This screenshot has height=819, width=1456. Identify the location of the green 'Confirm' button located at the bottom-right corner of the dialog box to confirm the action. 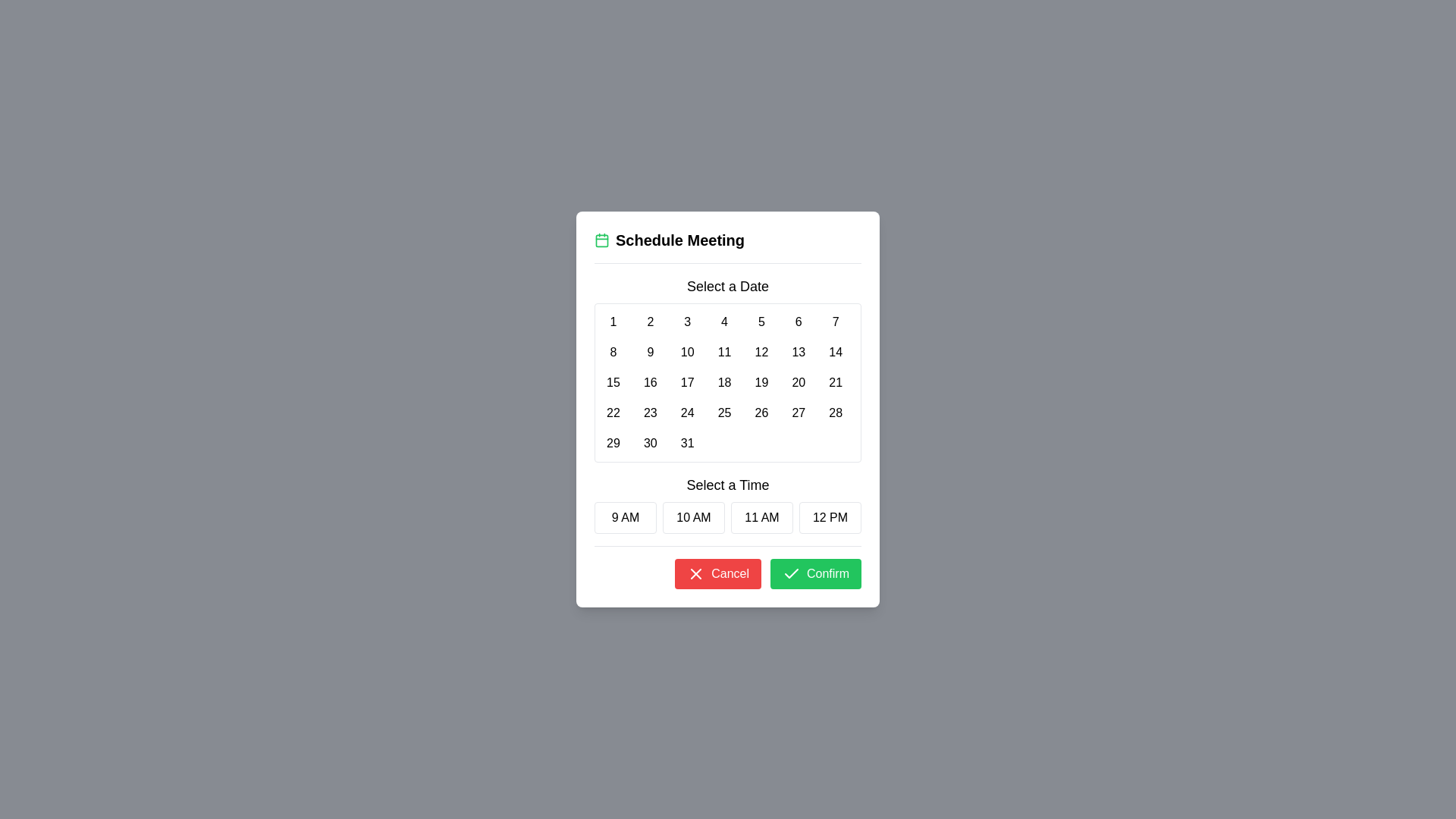
(814, 573).